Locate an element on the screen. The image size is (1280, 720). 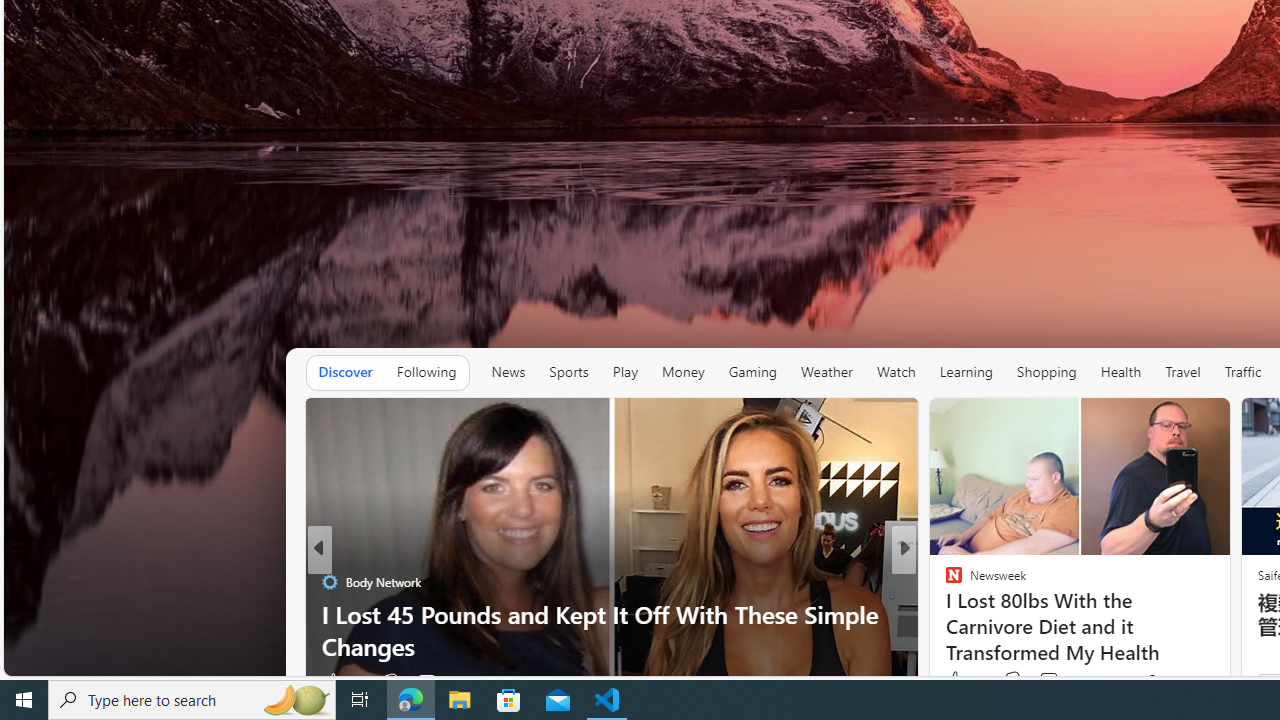
'383 Like' is located at coordinates (964, 679).